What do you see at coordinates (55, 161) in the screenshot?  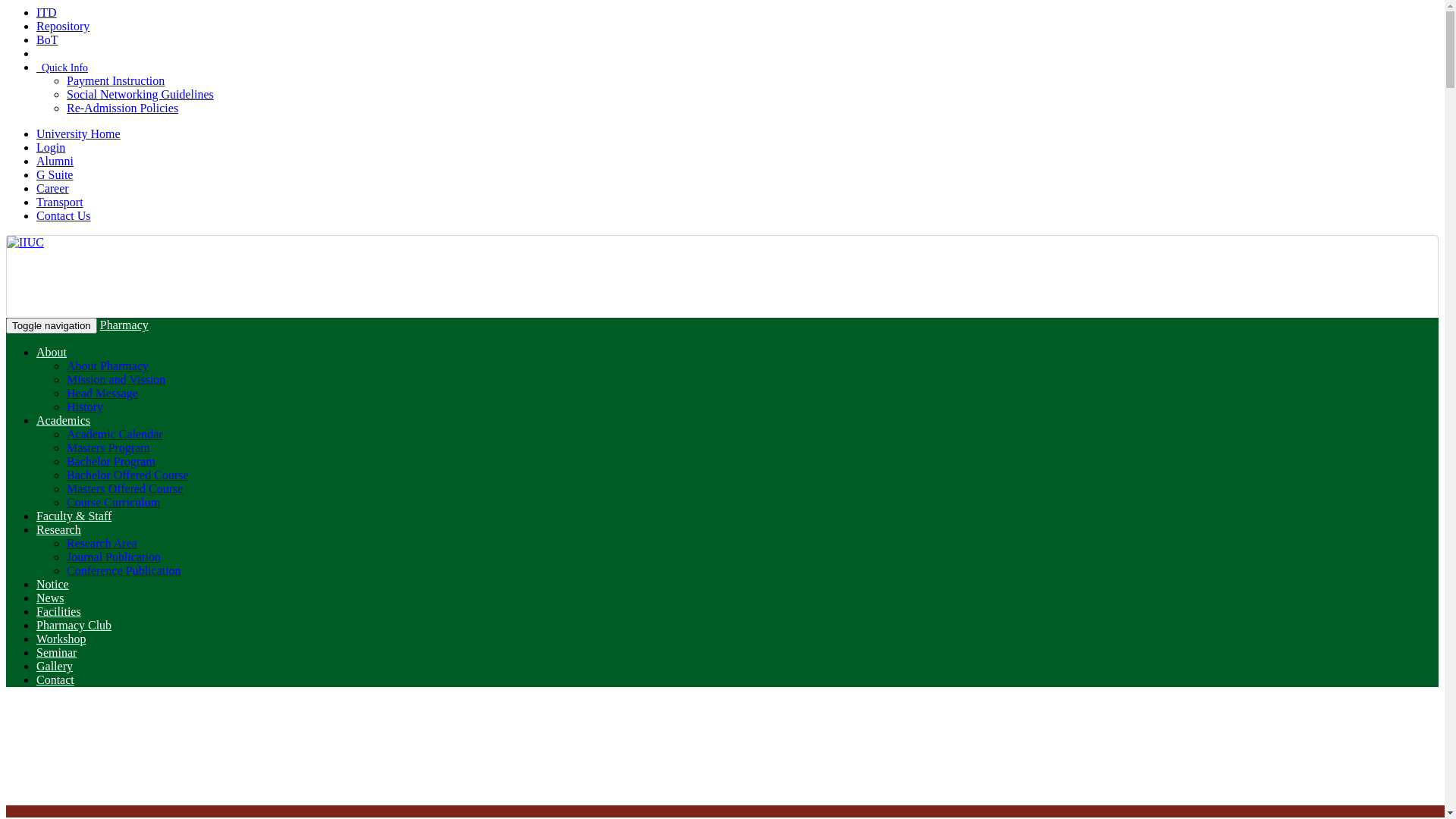 I see `'Alumni'` at bounding box center [55, 161].